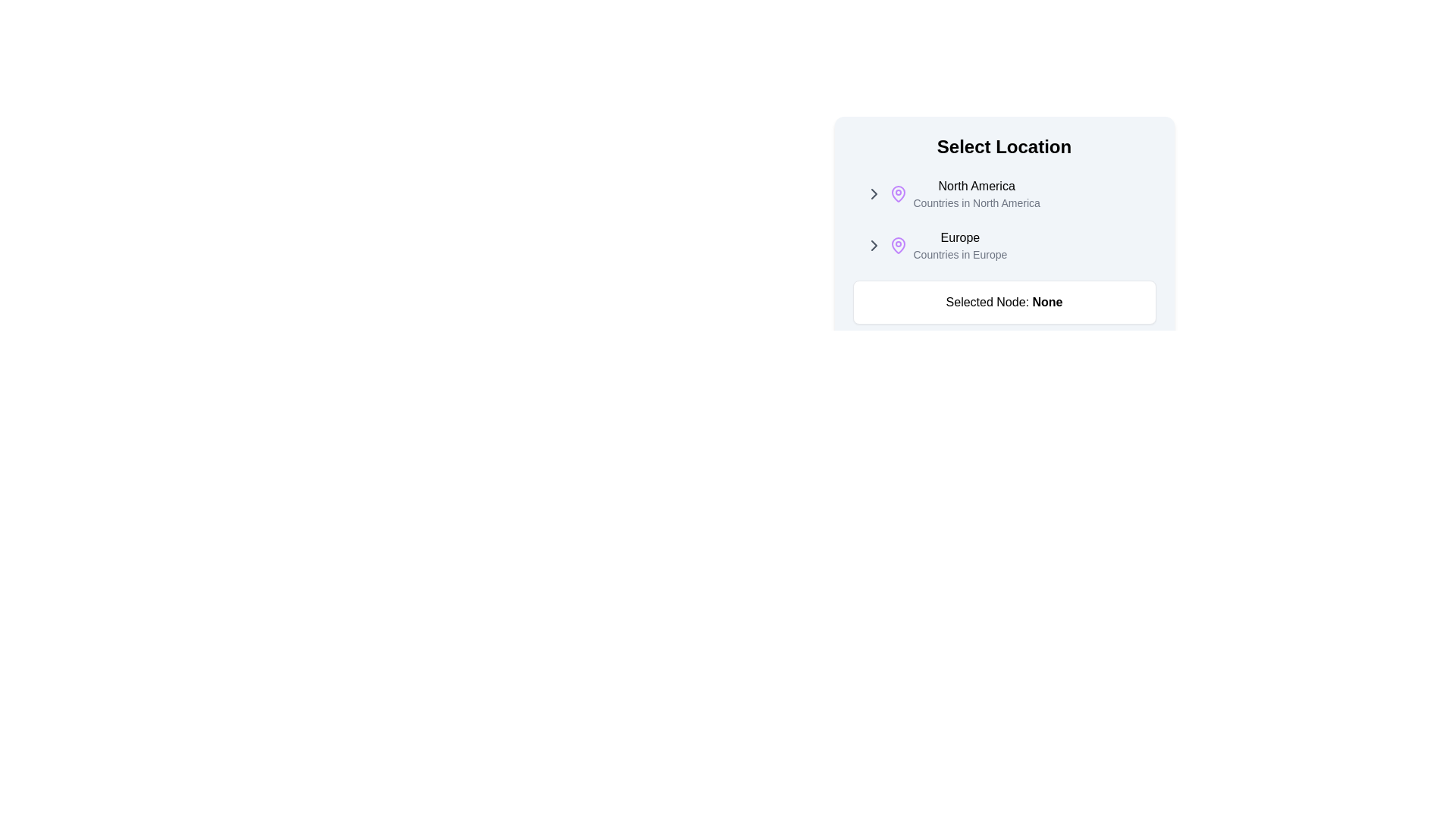 The height and width of the screenshot is (819, 1456). I want to click on the static text header displaying 'Select Location', which is bold and large with a black font, located at the top of a box with rounded corners and a light gray background, so click(1004, 146).